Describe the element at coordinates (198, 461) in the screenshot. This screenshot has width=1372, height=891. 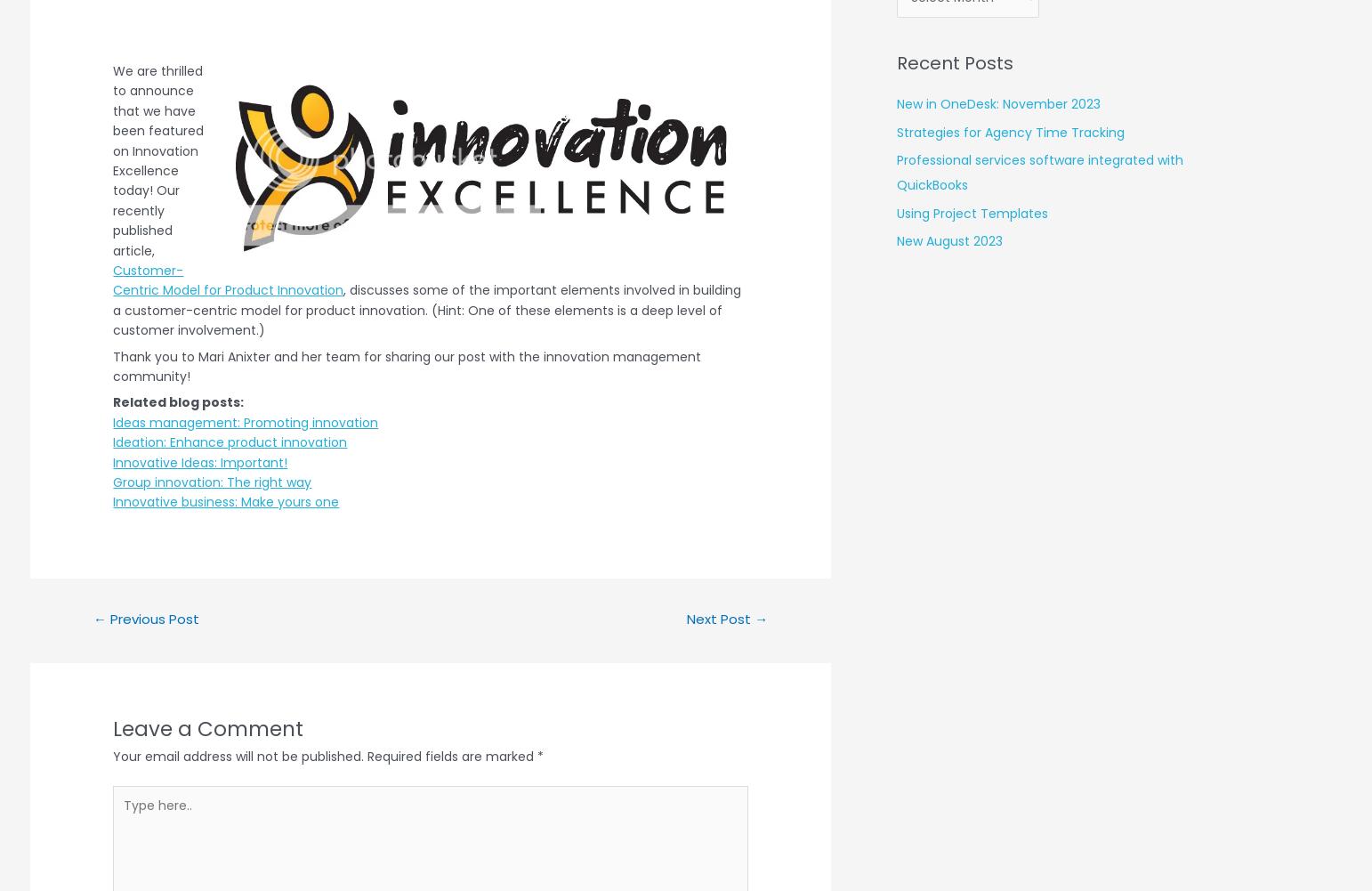
I see `'Innovative Ideas: Important!'` at that location.